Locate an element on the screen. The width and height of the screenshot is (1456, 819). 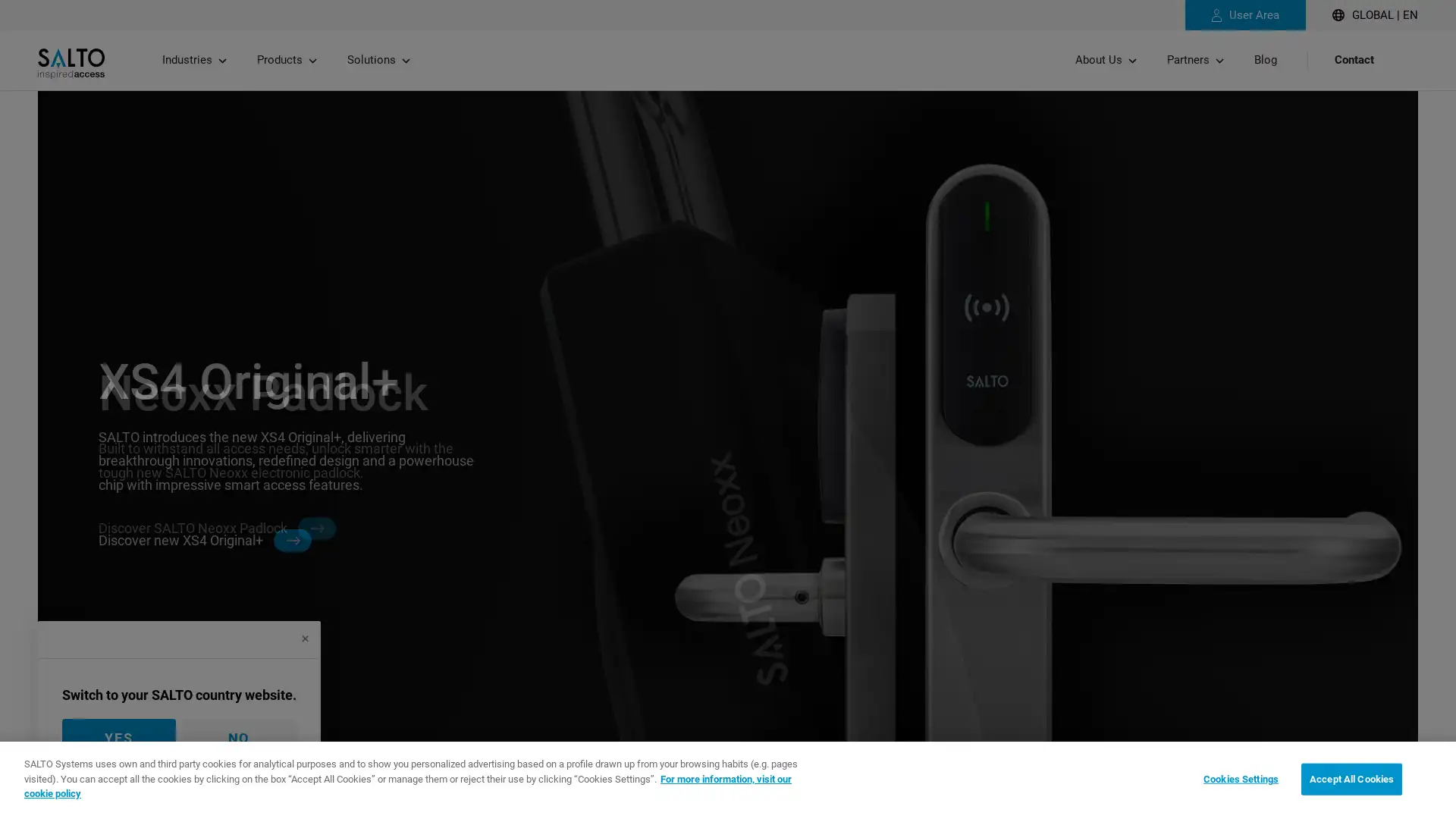
Close is located at coordinates (304, 639).